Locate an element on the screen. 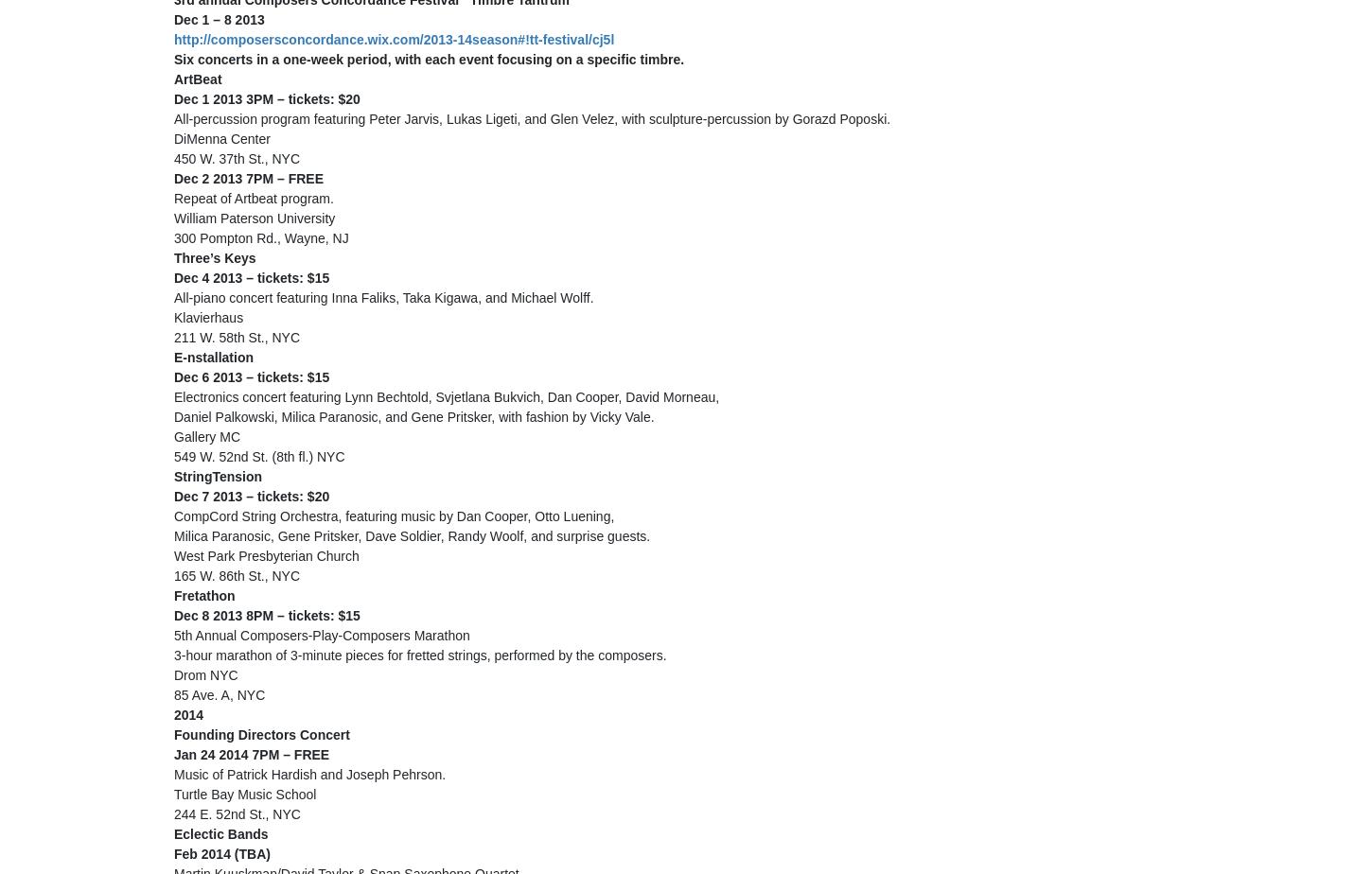 Image resolution: width=1372 pixels, height=874 pixels. 'Dec 7 2013 – tickets: $20' is located at coordinates (173, 497).